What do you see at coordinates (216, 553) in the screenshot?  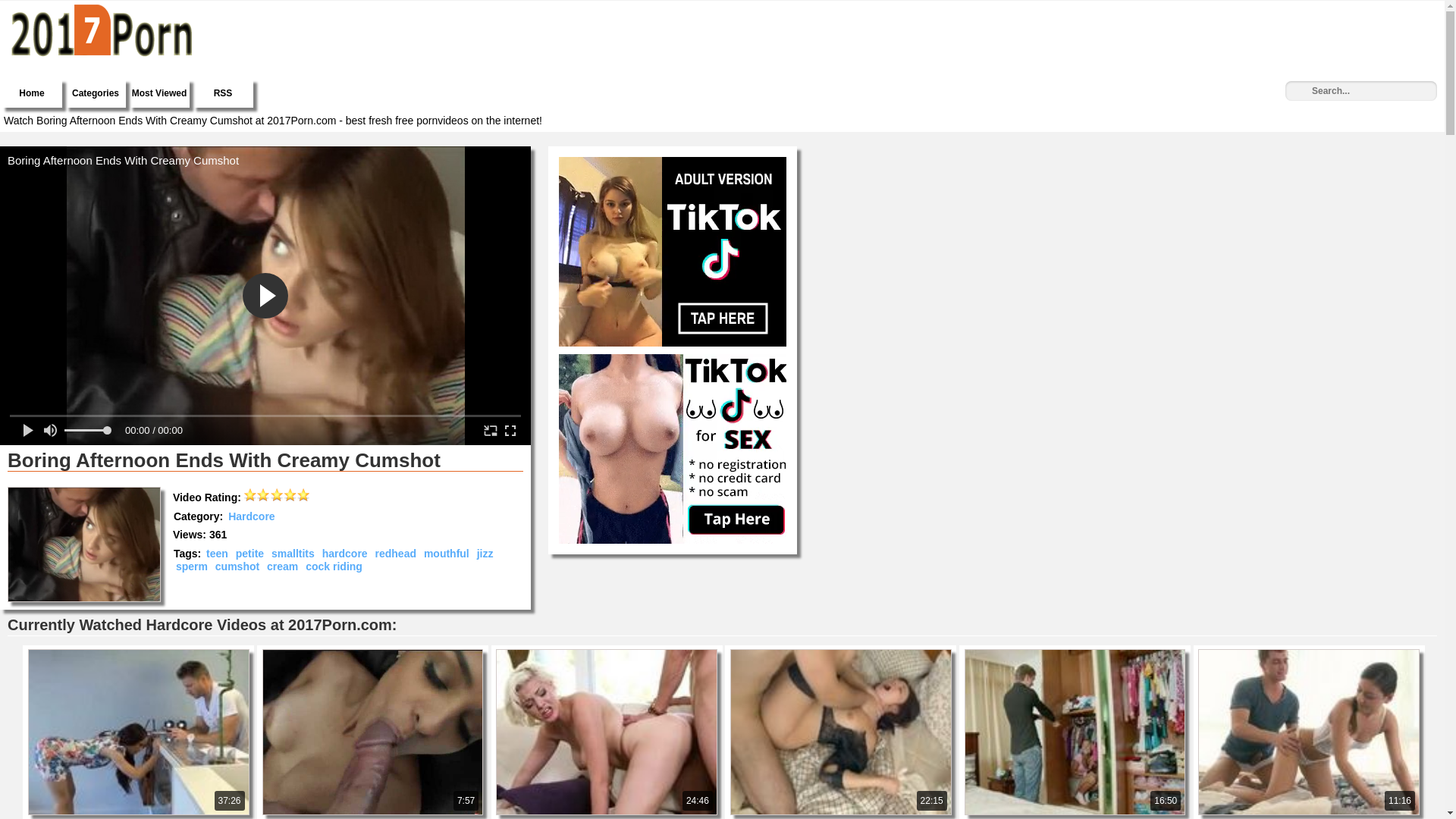 I see `'teen'` at bounding box center [216, 553].